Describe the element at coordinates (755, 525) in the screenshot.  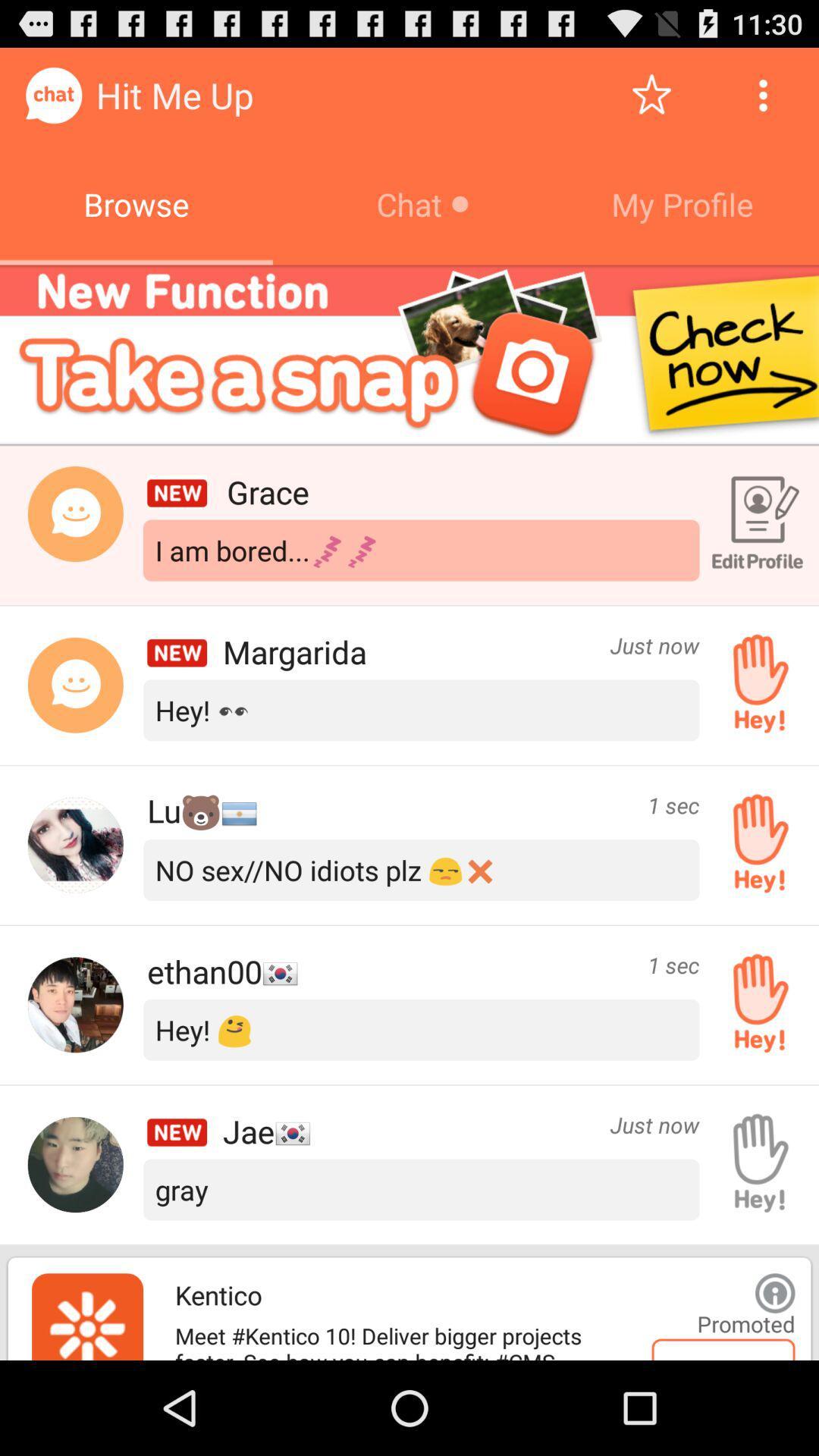
I see `edit profile` at that location.